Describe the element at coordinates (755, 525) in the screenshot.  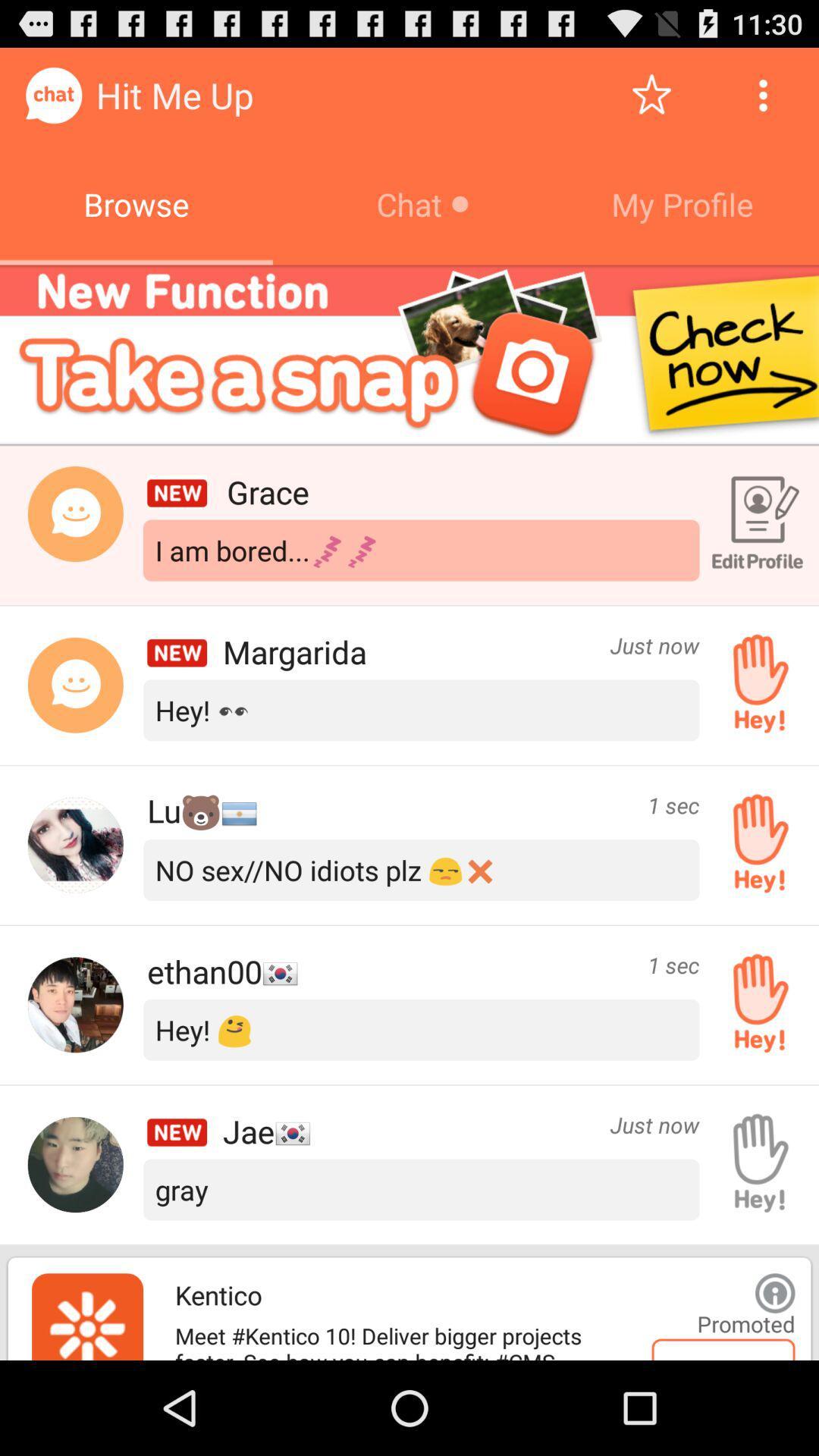
I see `edit profile` at that location.